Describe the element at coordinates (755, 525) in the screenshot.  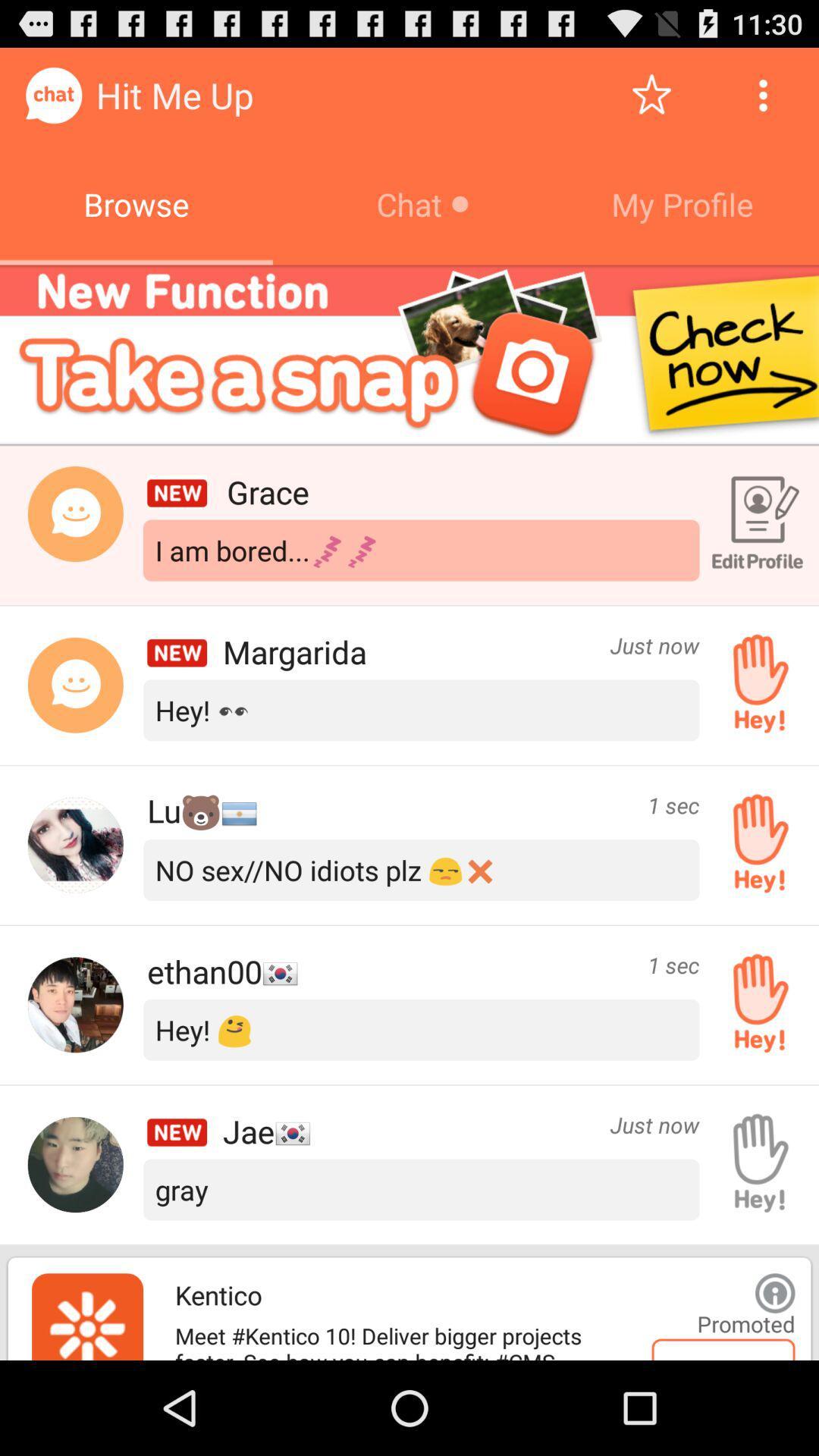
I see `edit profile` at that location.